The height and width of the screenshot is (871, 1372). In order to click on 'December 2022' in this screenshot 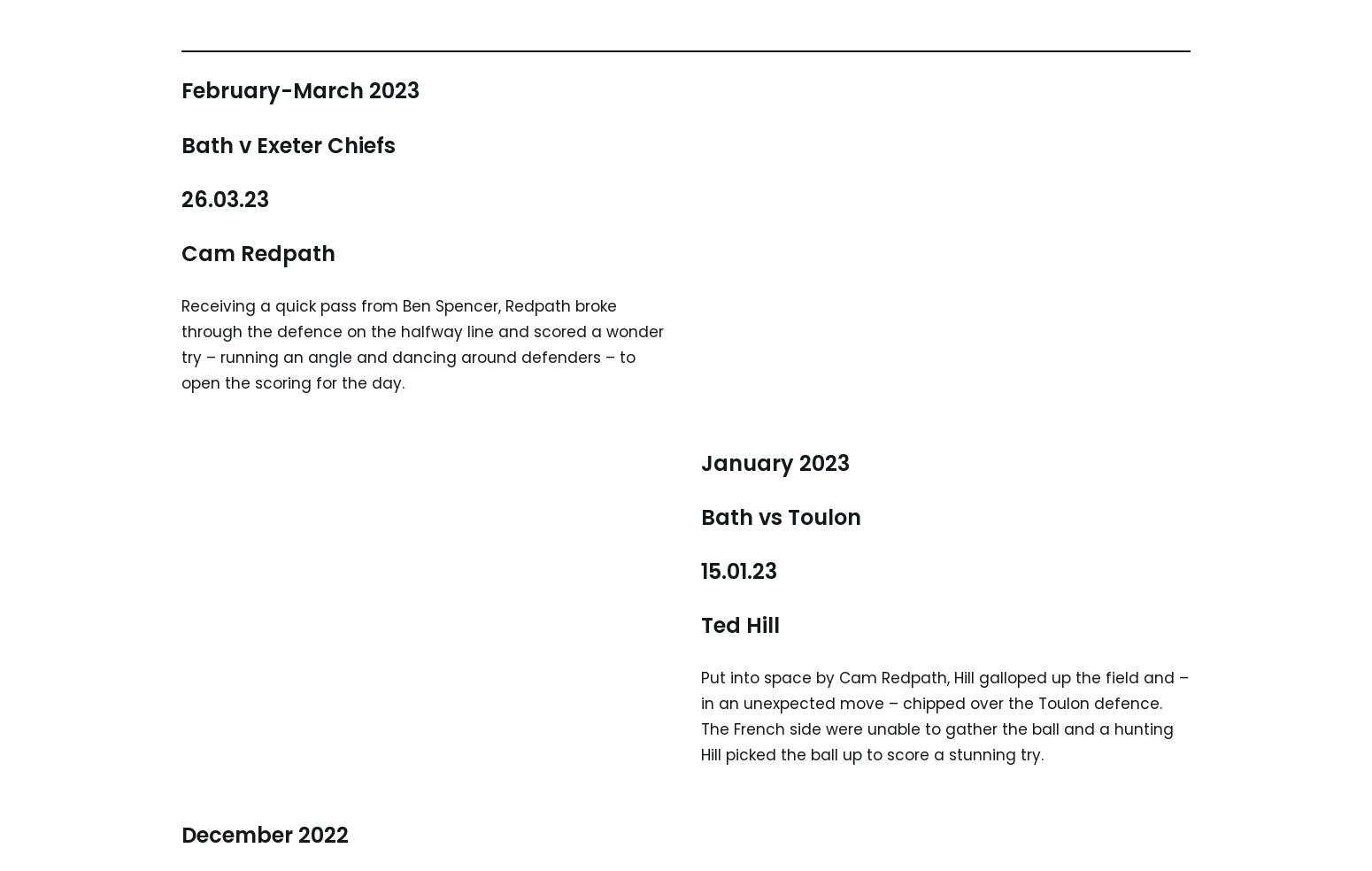, I will do `click(265, 834)`.